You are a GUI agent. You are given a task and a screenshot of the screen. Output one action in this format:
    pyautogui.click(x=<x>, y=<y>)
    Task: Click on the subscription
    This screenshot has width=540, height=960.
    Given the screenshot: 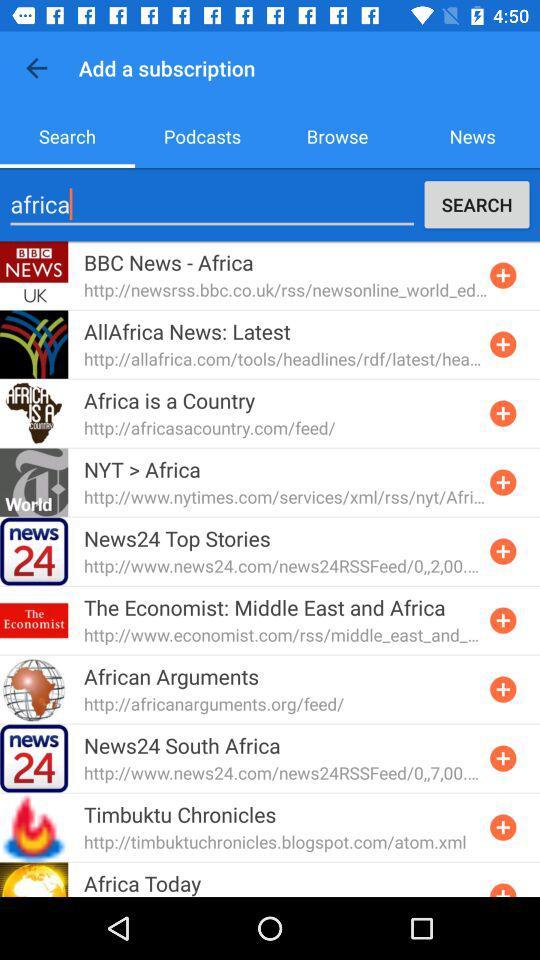 What is the action you would take?
    pyautogui.click(x=502, y=551)
    